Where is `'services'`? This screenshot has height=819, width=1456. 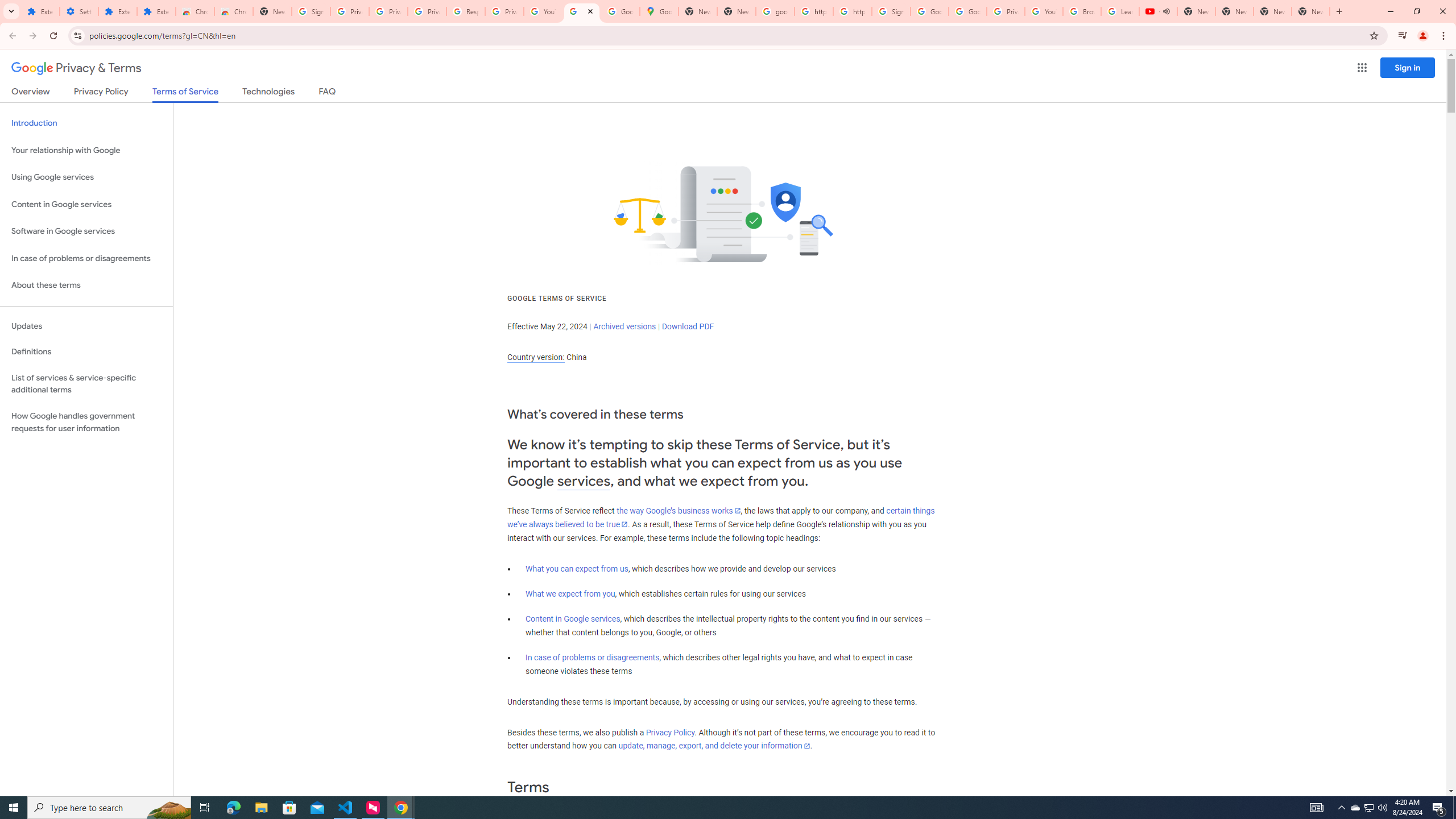
'services' is located at coordinates (584, 481).